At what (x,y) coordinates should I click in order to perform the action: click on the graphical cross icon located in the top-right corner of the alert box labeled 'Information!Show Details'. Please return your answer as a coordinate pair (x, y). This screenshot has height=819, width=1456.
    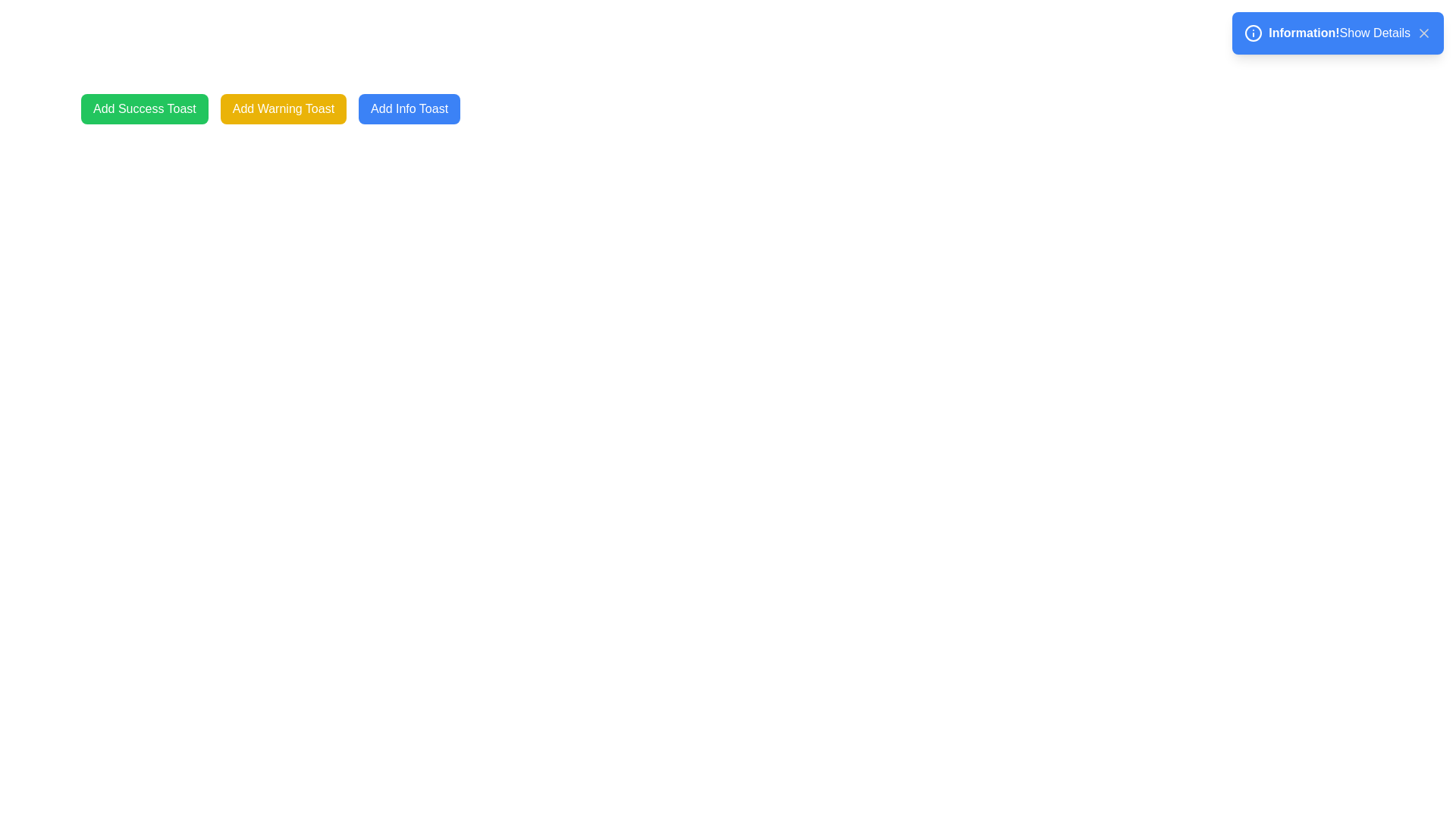
    Looking at the image, I should click on (1423, 33).